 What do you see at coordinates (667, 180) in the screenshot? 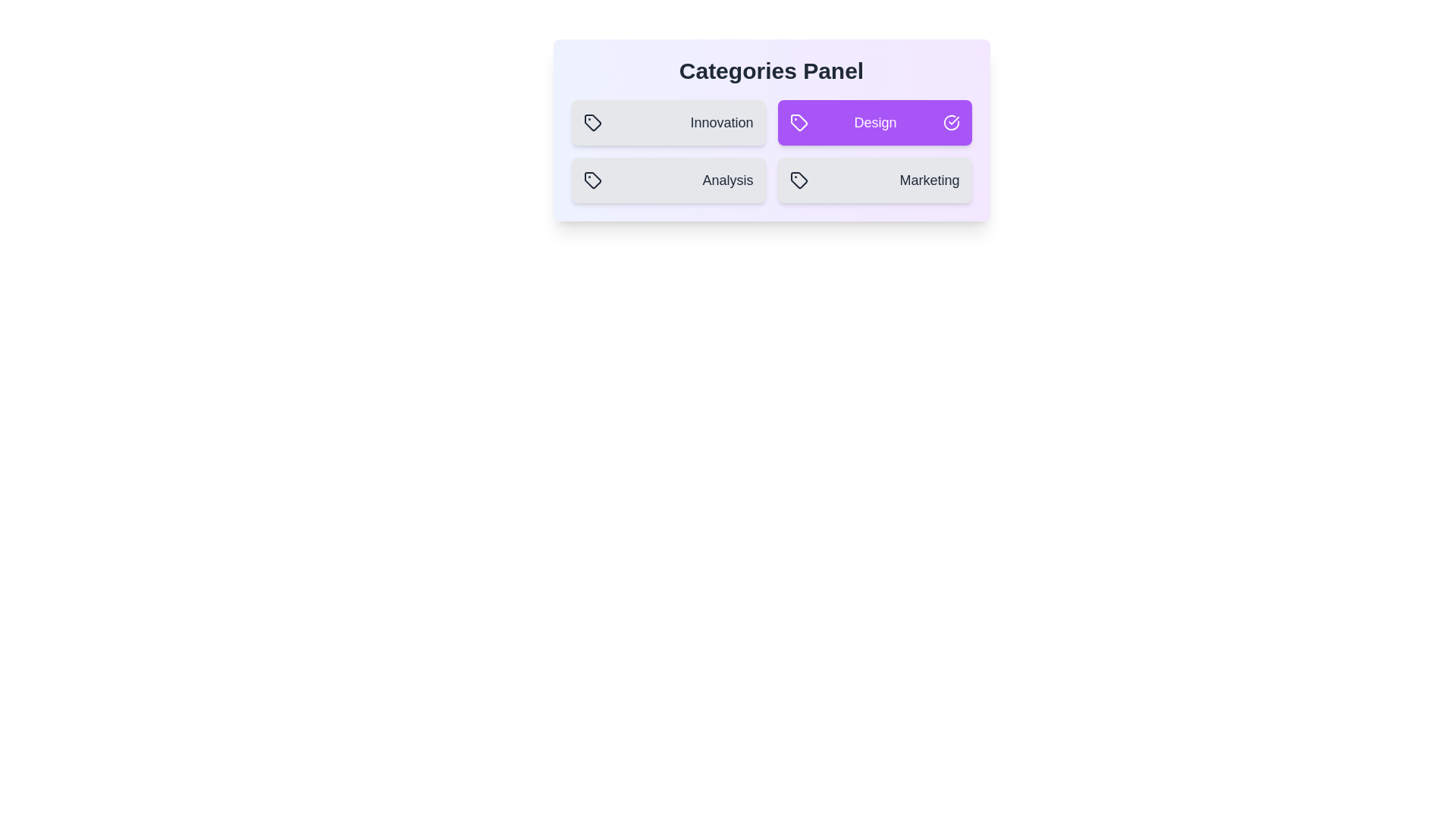
I see `the category Analysis` at bounding box center [667, 180].